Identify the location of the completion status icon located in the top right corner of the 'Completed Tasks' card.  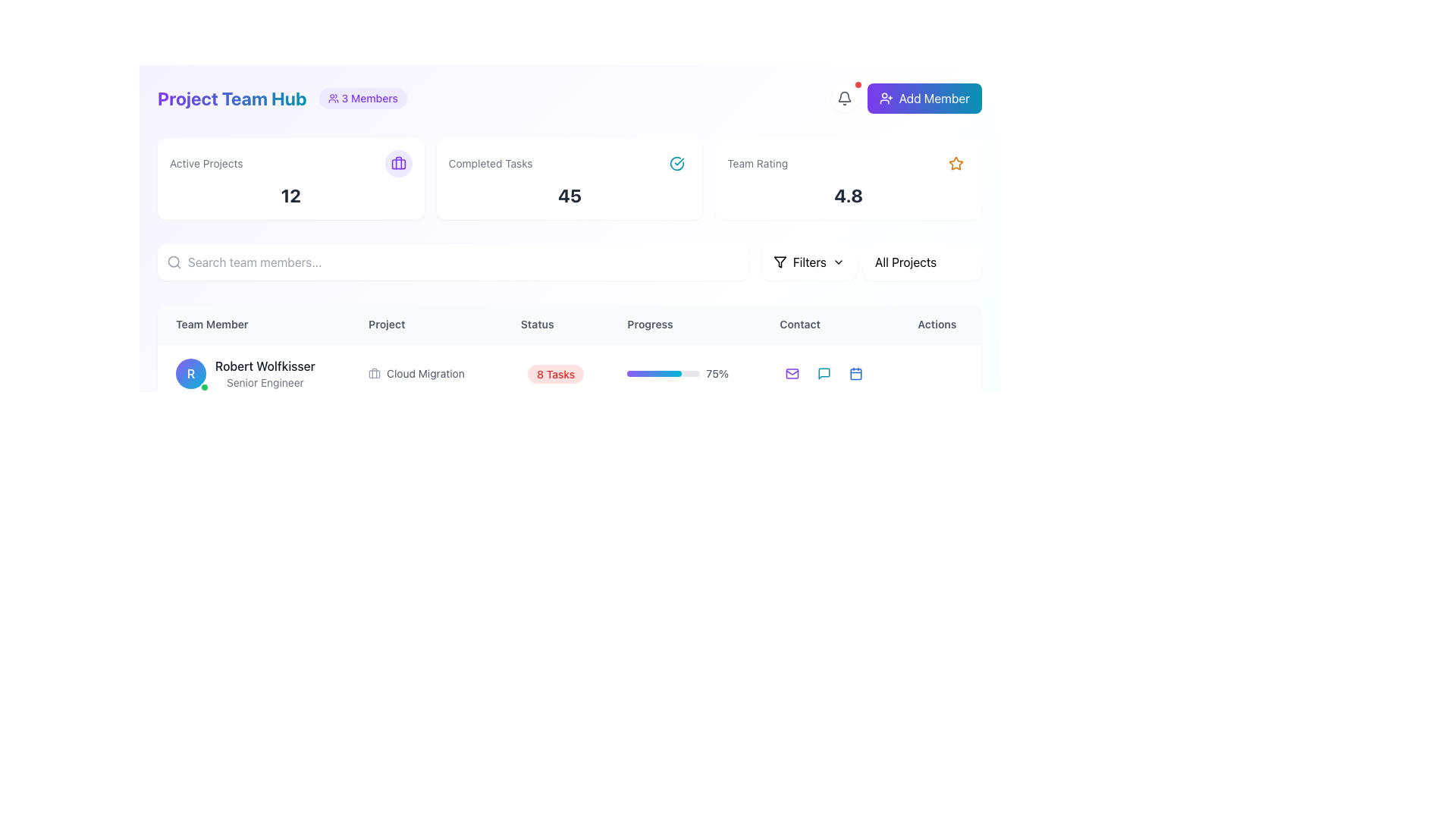
(676, 164).